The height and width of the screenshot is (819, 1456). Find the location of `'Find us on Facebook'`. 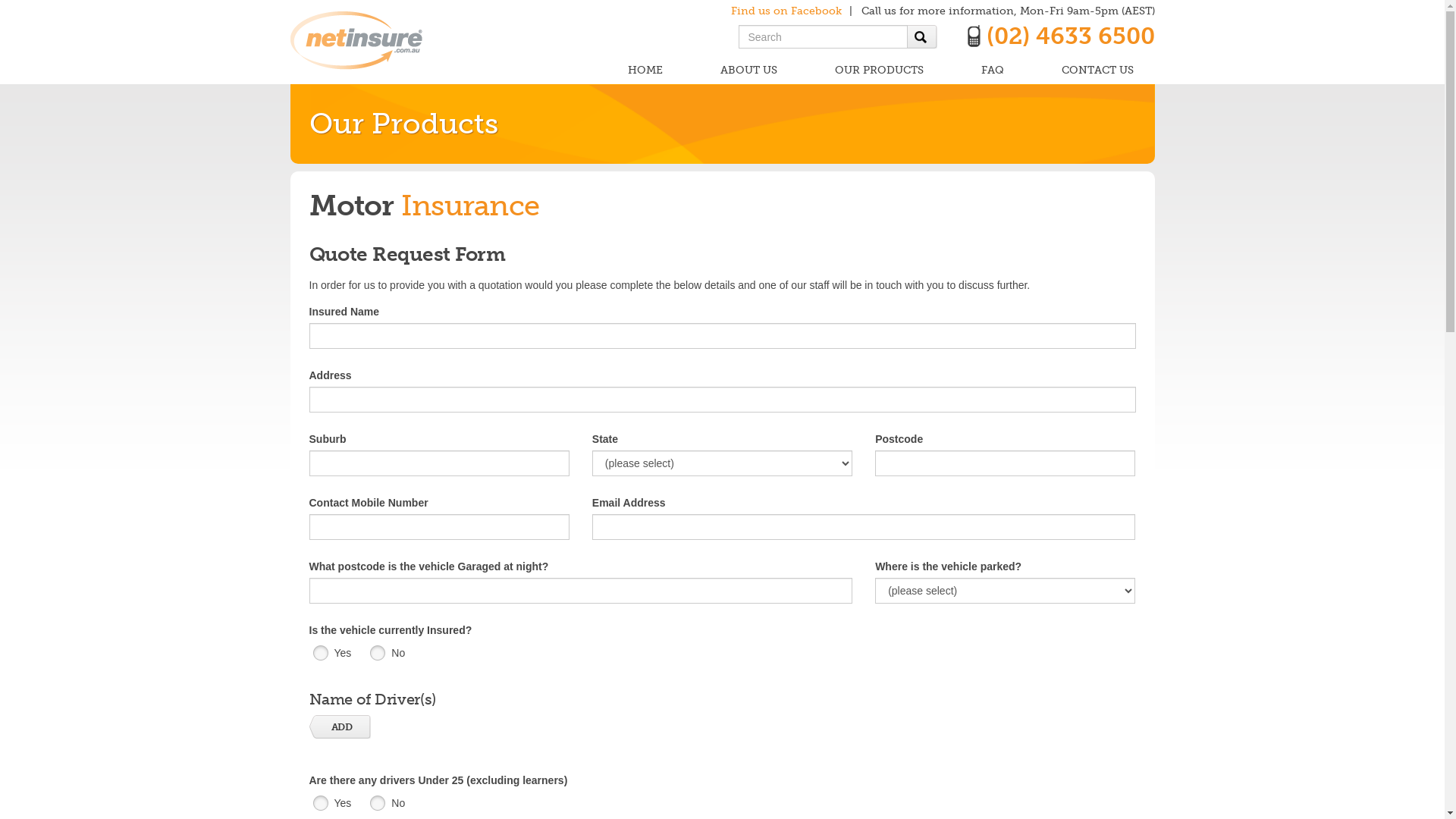

'Find us on Facebook' is located at coordinates (786, 11).